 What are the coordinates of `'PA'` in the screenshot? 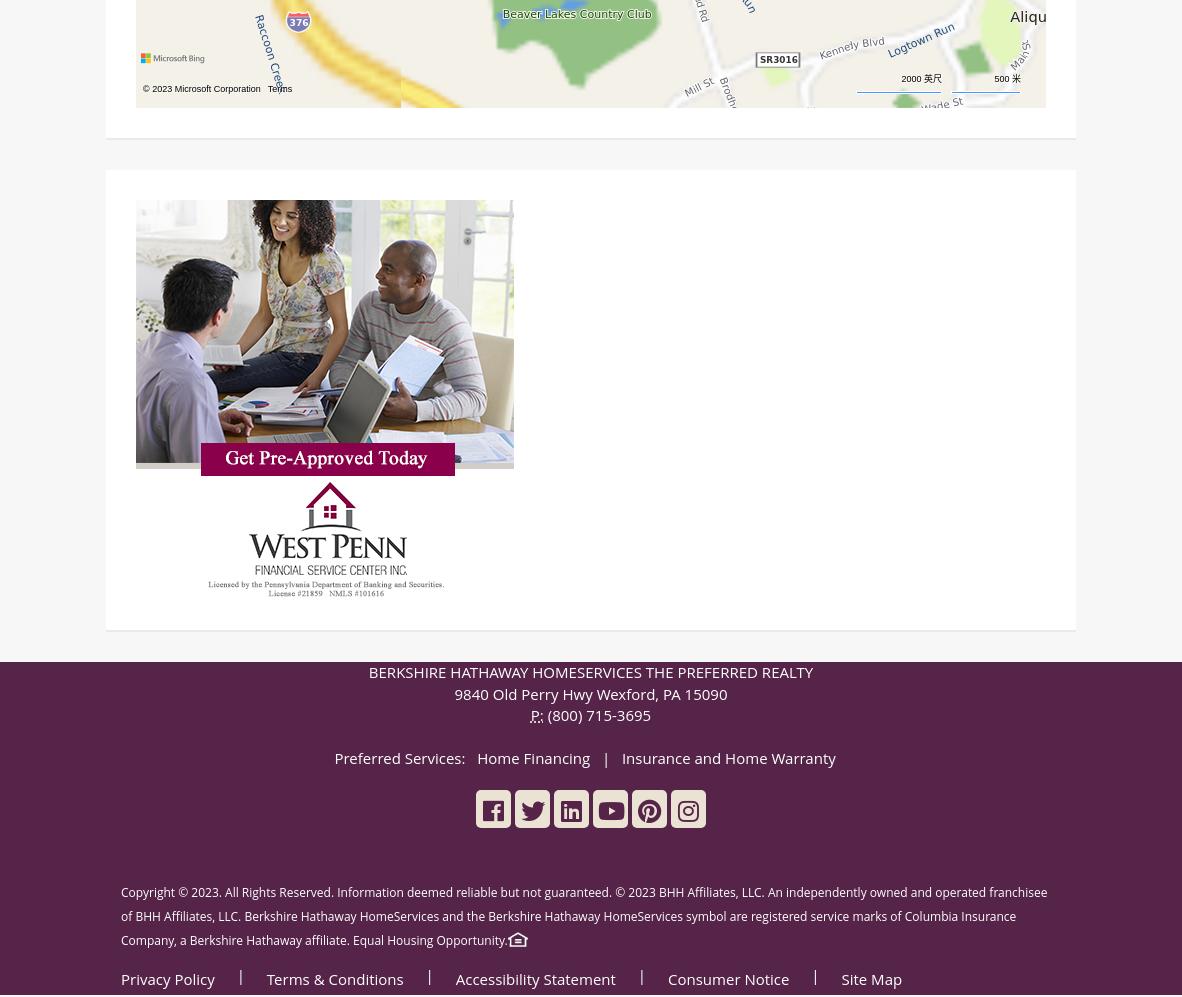 It's located at (670, 695).